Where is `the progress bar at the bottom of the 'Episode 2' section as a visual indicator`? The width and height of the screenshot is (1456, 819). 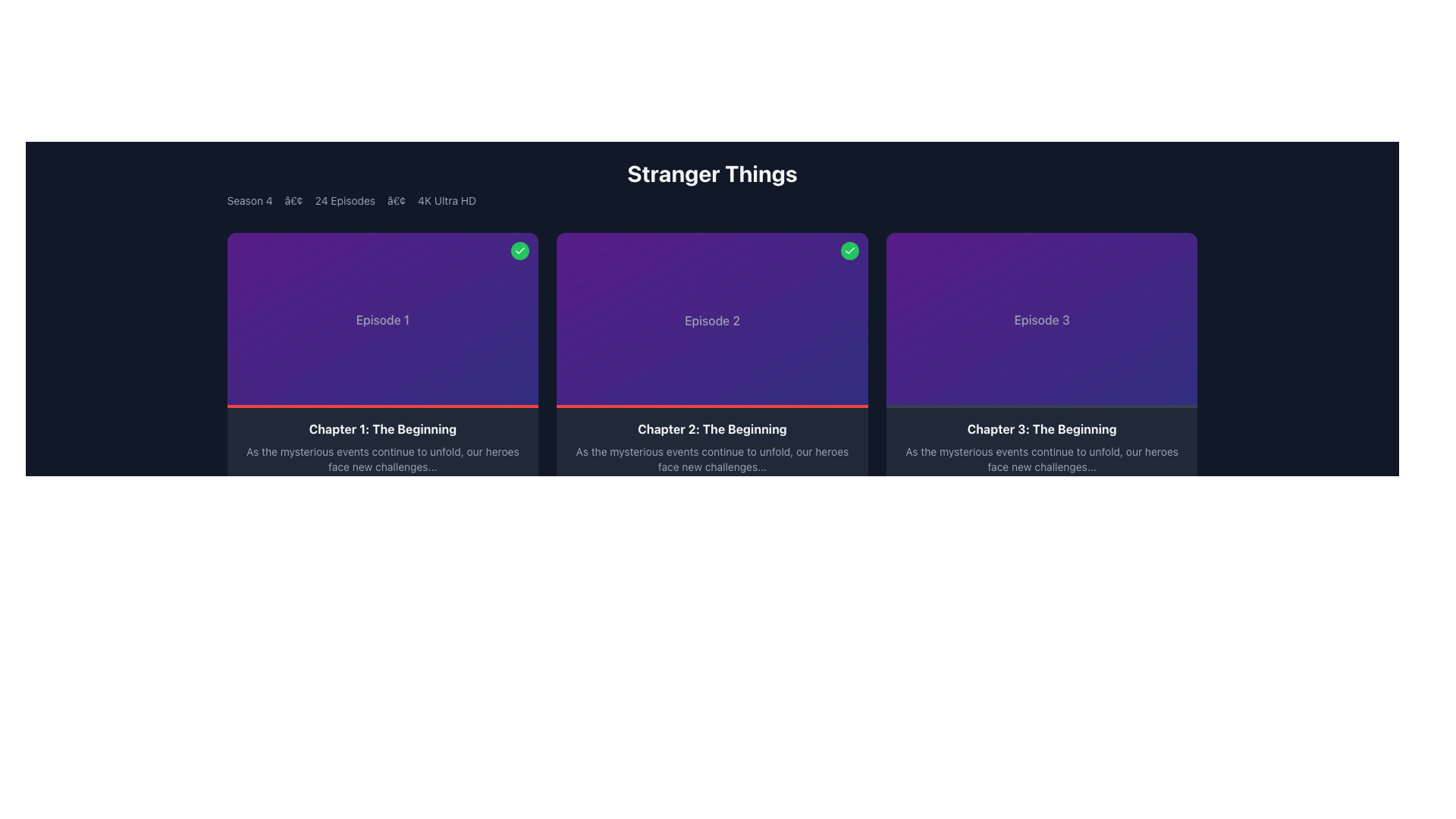
the progress bar at the bottom of the 'Episode 2' section as a visual indicator is located at coordinates (711, 406).